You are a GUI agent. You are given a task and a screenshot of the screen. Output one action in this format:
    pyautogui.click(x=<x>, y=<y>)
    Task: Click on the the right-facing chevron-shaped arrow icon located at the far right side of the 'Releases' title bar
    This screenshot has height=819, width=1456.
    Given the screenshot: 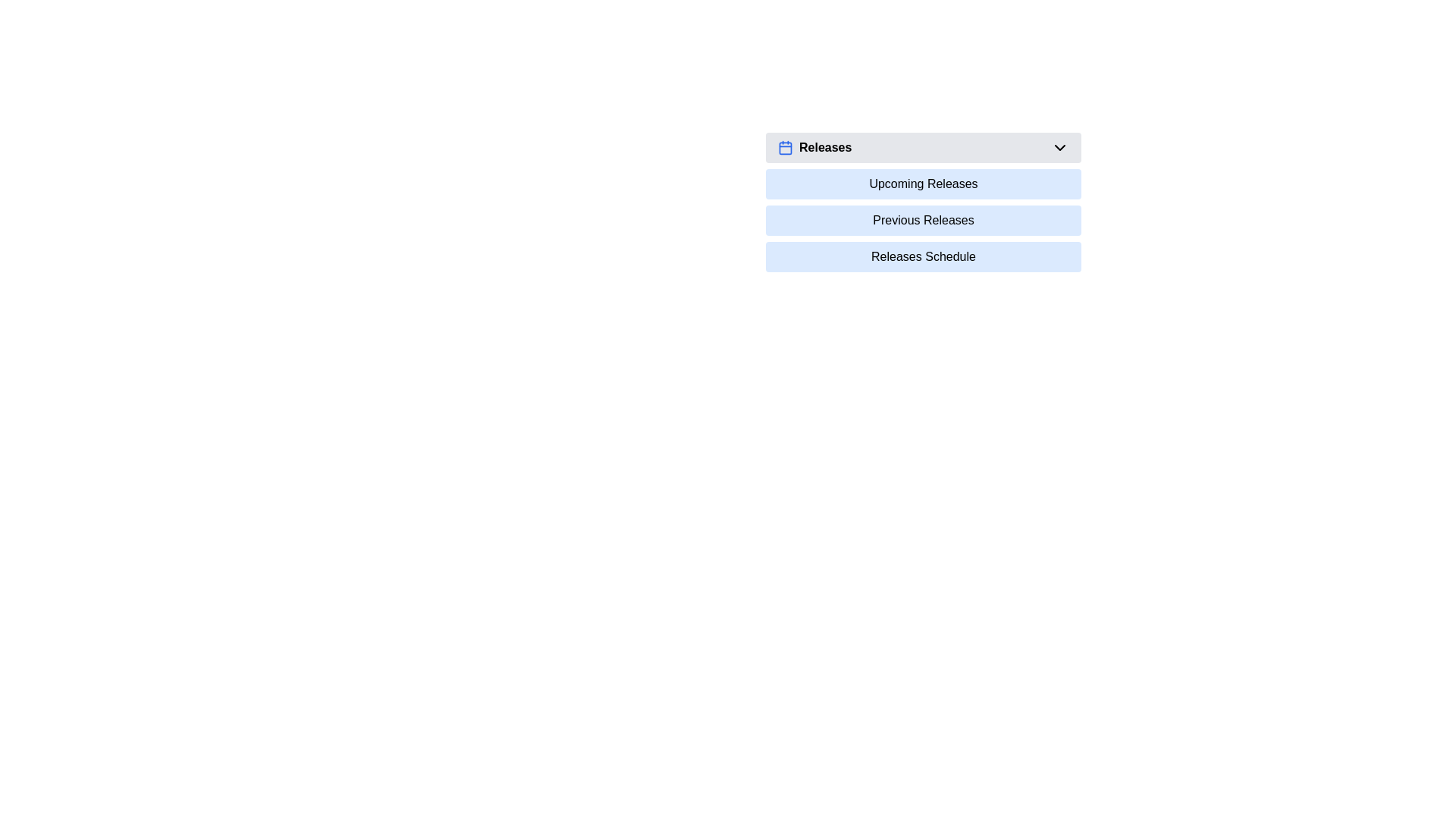 What is the action you would take?
    pyautogui.click(x=1059, y=148)
    